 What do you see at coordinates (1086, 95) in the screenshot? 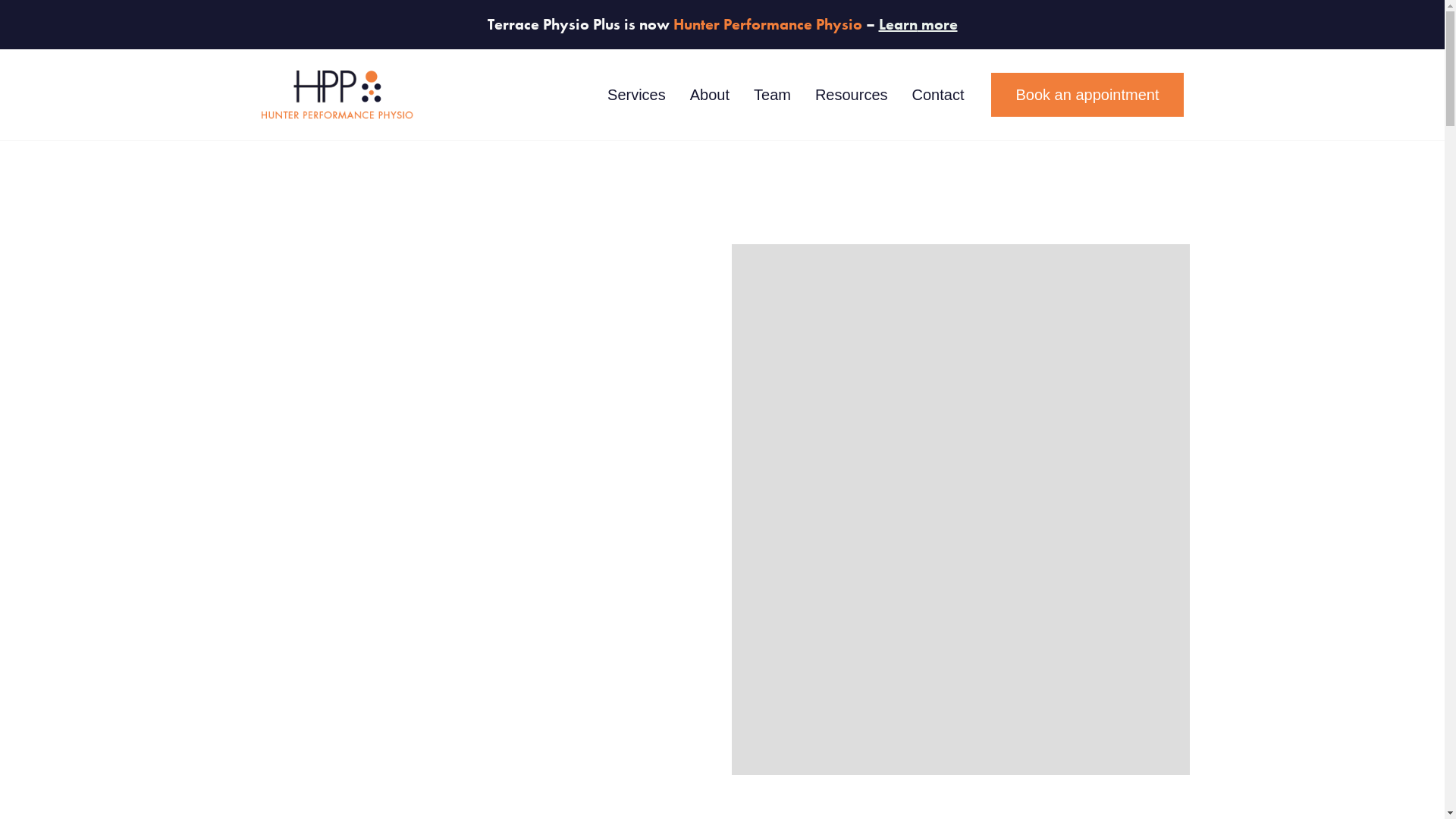
I see `'Book an appointment'` at bounding box center [1086, 95].